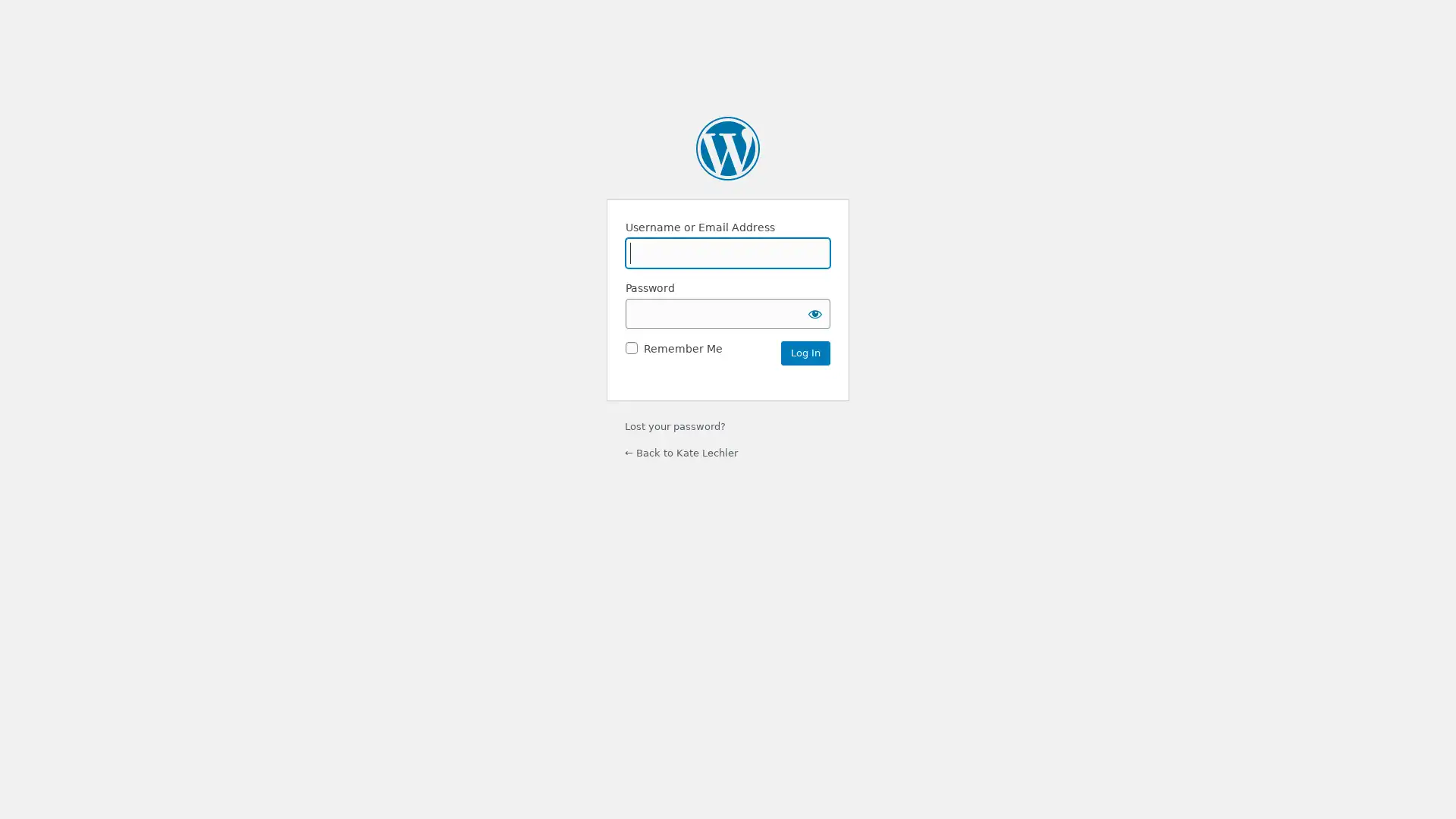 The image size is (1456, 819). I want to click on Log In, so click(805, 353).